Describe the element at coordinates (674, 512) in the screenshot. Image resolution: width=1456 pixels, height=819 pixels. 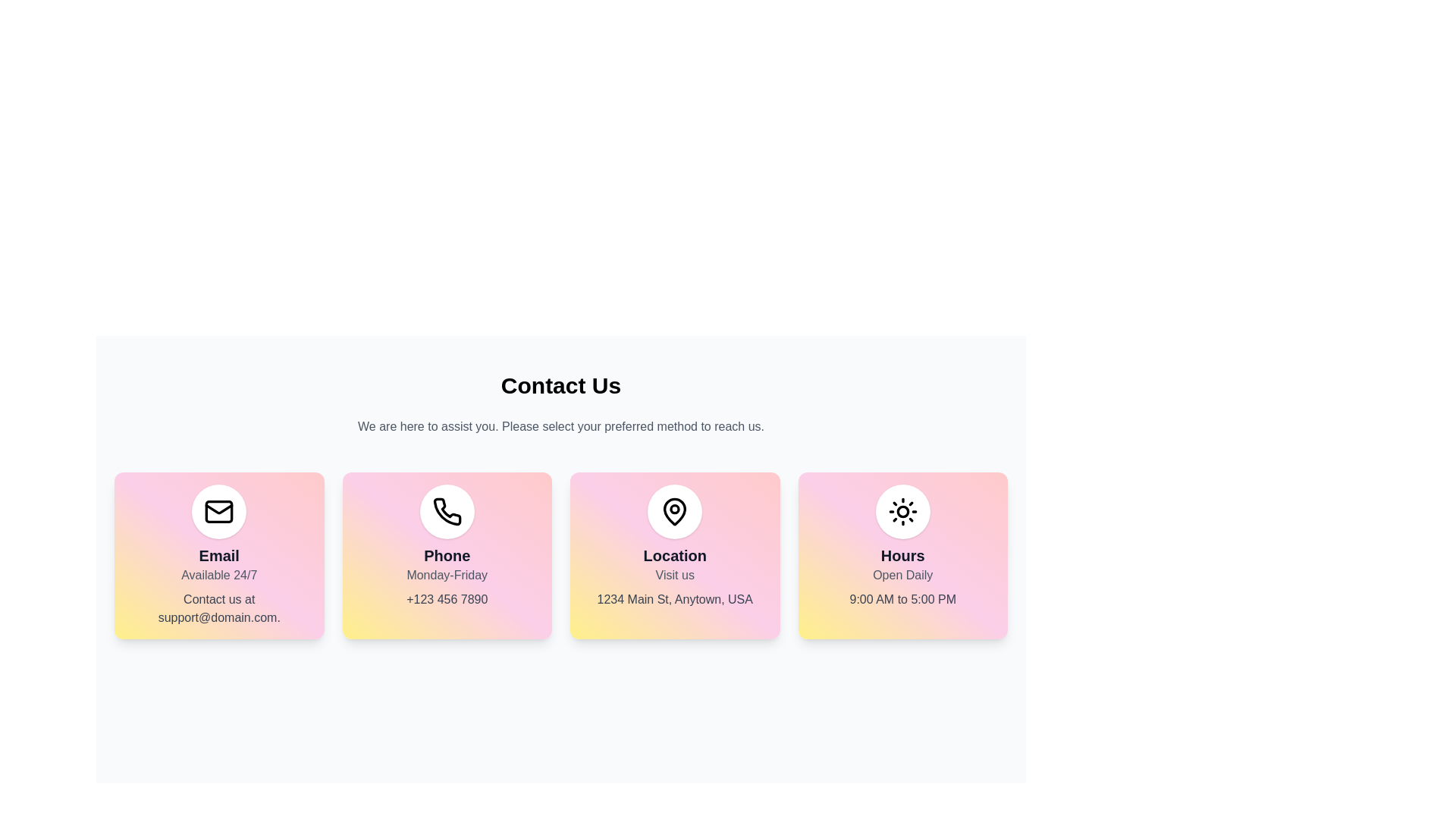
I see `the circular white button-like icon containing a black outline of a location pin, located in the upper part of the third card labeled 'Location' in the contact information section` at that location.